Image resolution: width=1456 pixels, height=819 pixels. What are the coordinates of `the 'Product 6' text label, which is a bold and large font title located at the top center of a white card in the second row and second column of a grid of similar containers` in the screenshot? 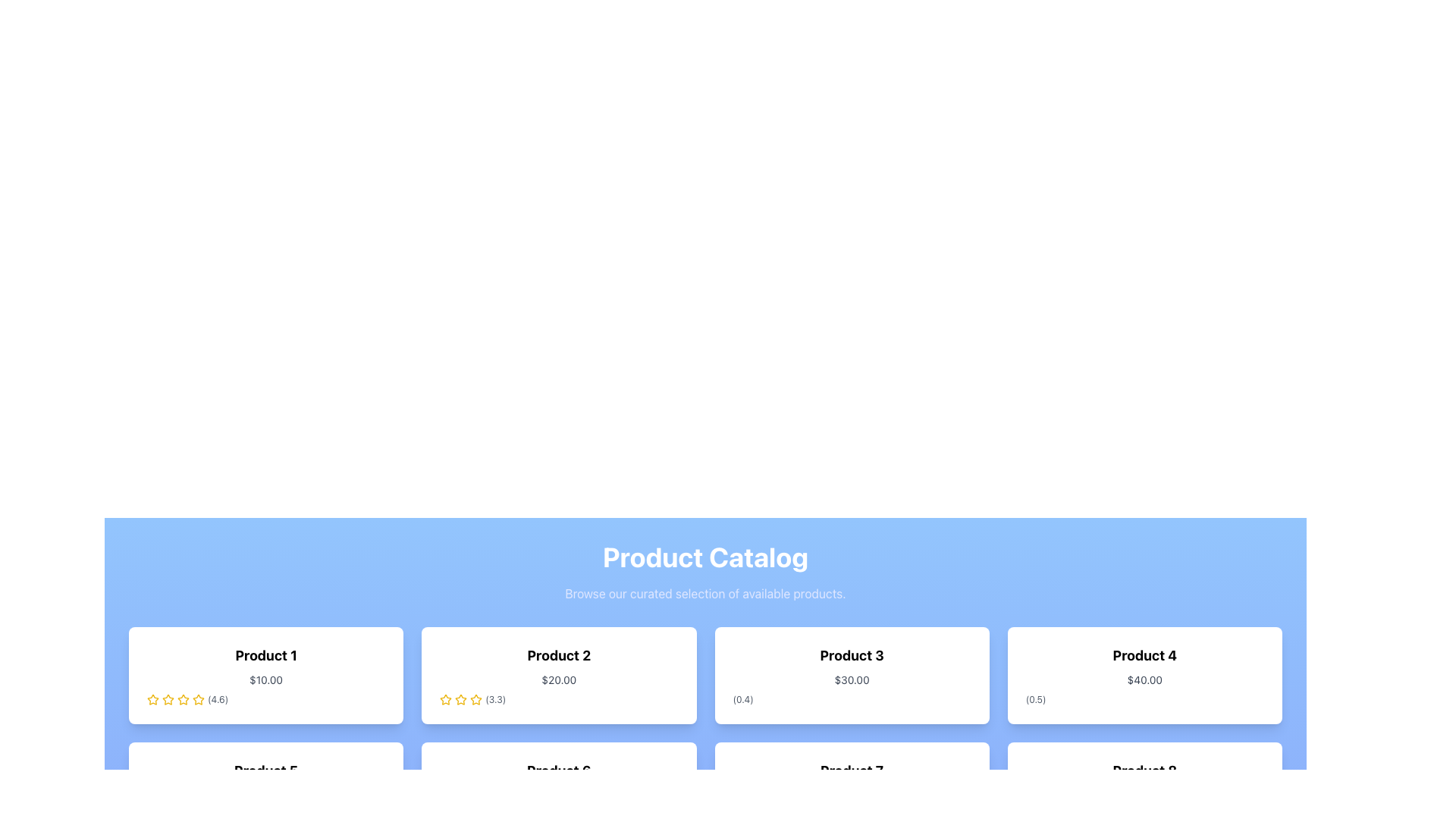 It's located at (558, 771).